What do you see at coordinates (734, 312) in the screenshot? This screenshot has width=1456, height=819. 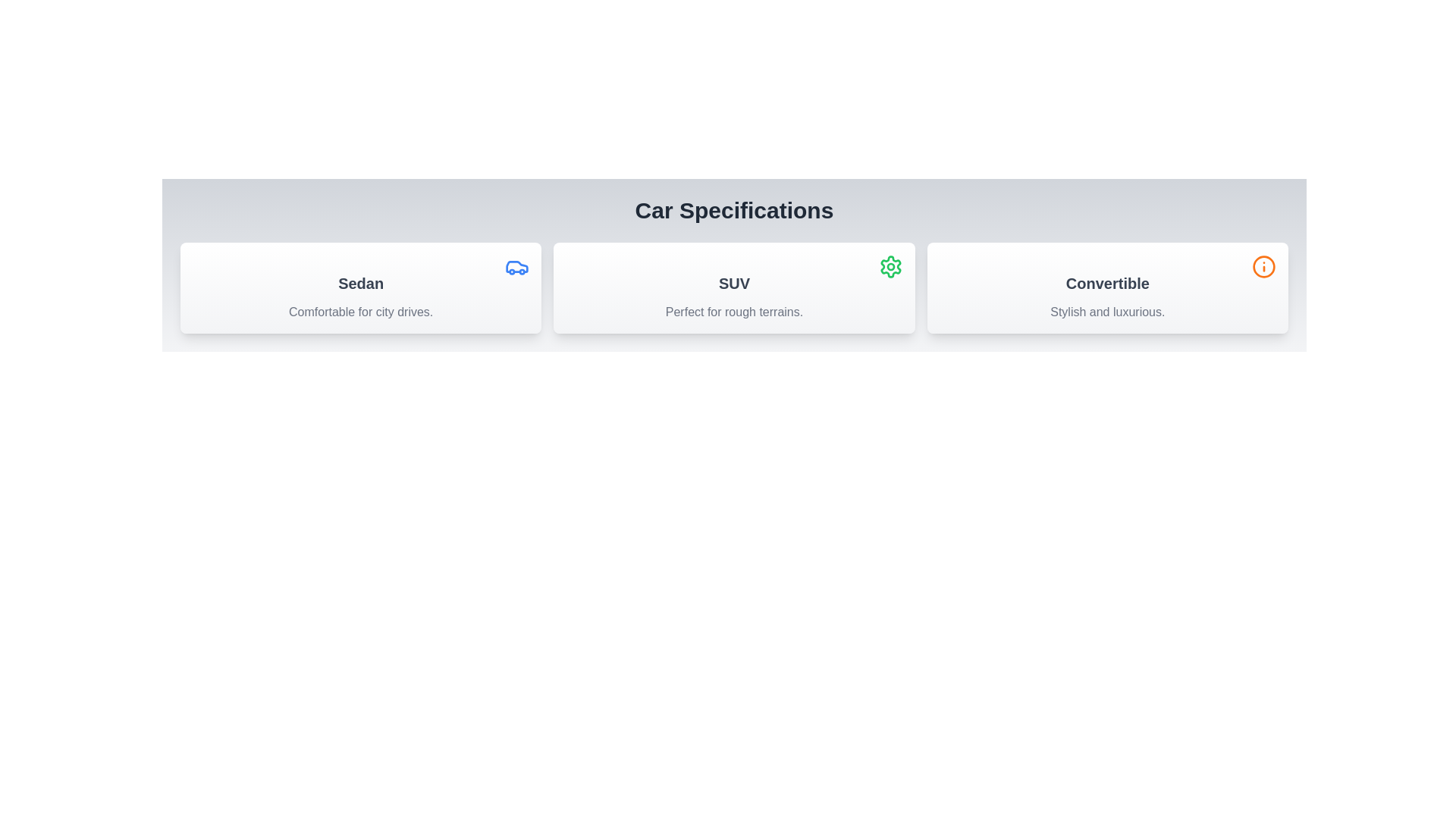 I see `the text label stating 'Perfect for rough terrains.' located at the bottom section of the 'SUV' card` at bounding box center [734, 312].